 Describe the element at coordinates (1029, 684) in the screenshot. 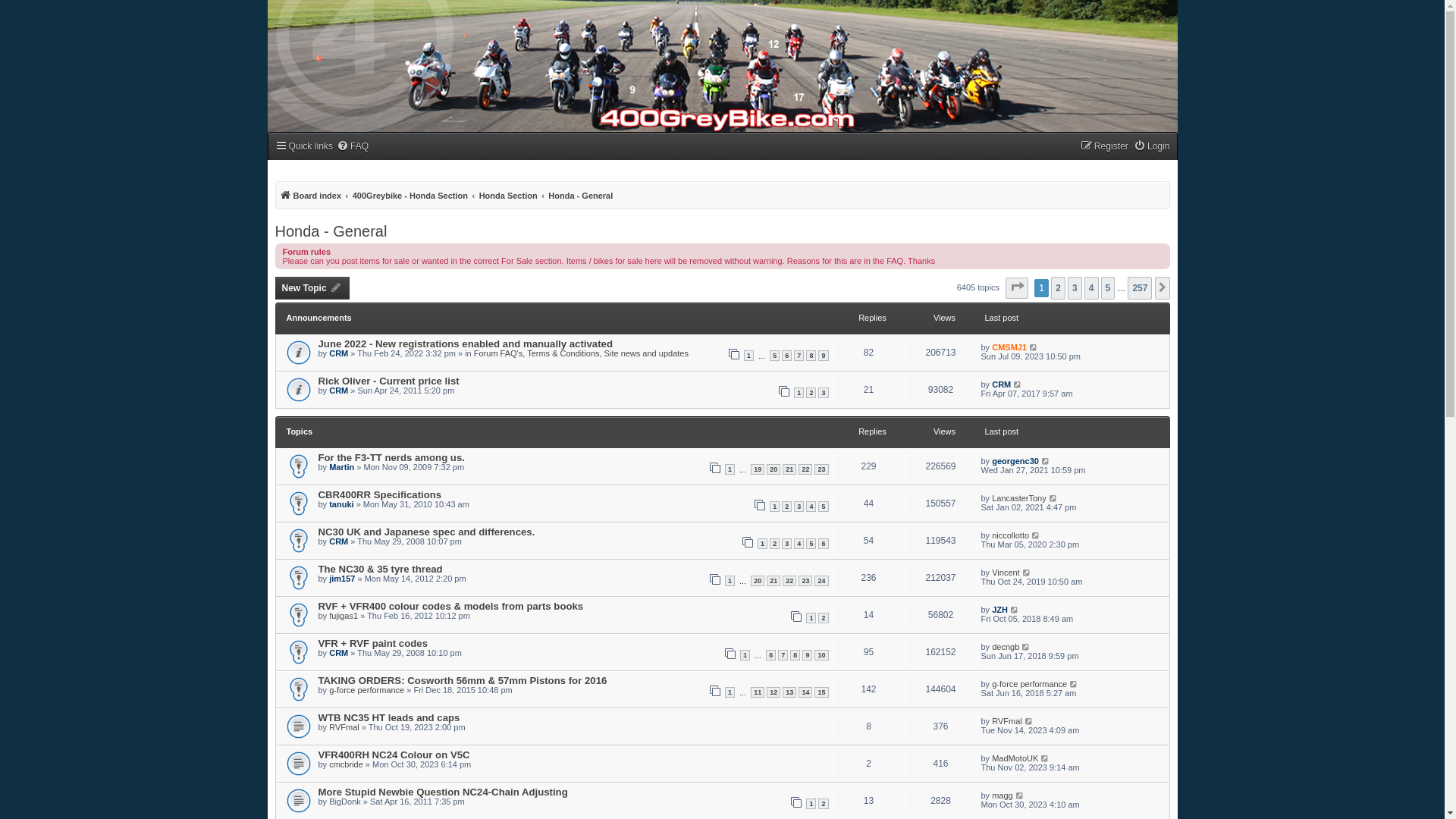

I see `'g-force performance'` at that location.